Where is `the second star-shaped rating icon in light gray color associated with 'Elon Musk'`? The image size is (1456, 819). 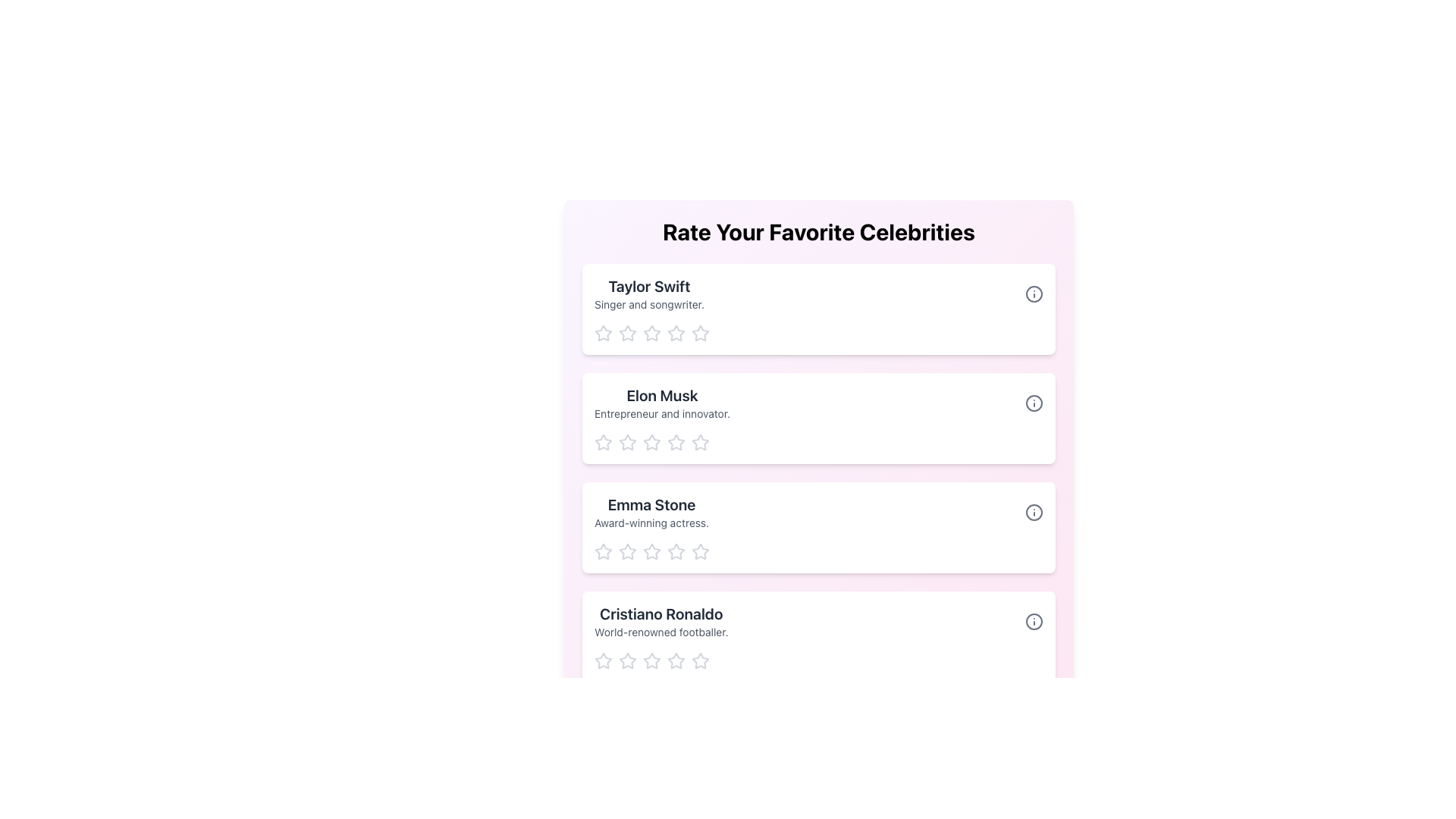 the second star-shaped rating icon in light gray color associated with 'Elon Musk' is located at coordinates (651, 442).